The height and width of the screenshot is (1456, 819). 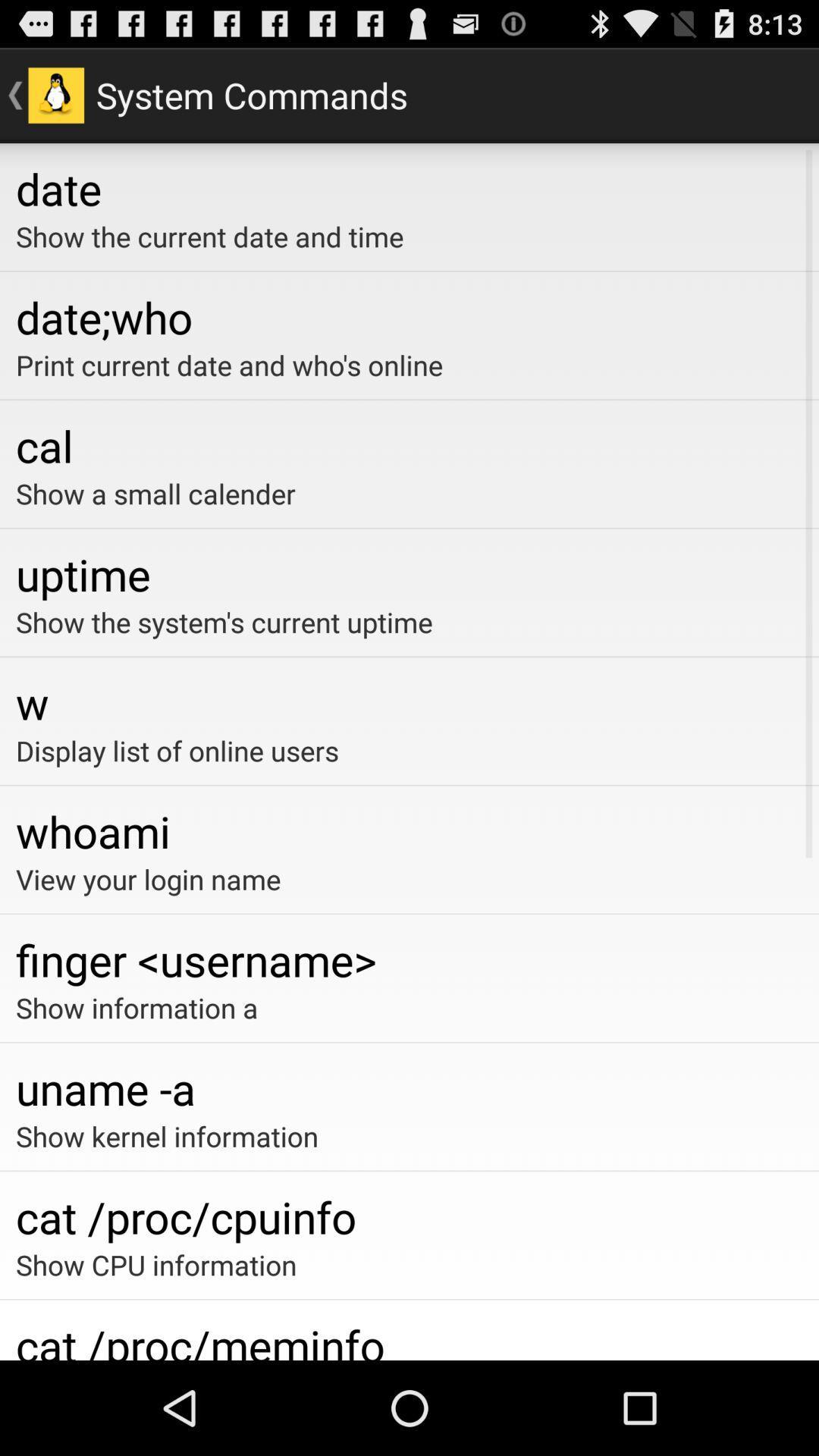 What do you see at coordinates (409, 830) in the screenshot?
I see `the icon below the display list of icon` at bounding box center [409, 830].